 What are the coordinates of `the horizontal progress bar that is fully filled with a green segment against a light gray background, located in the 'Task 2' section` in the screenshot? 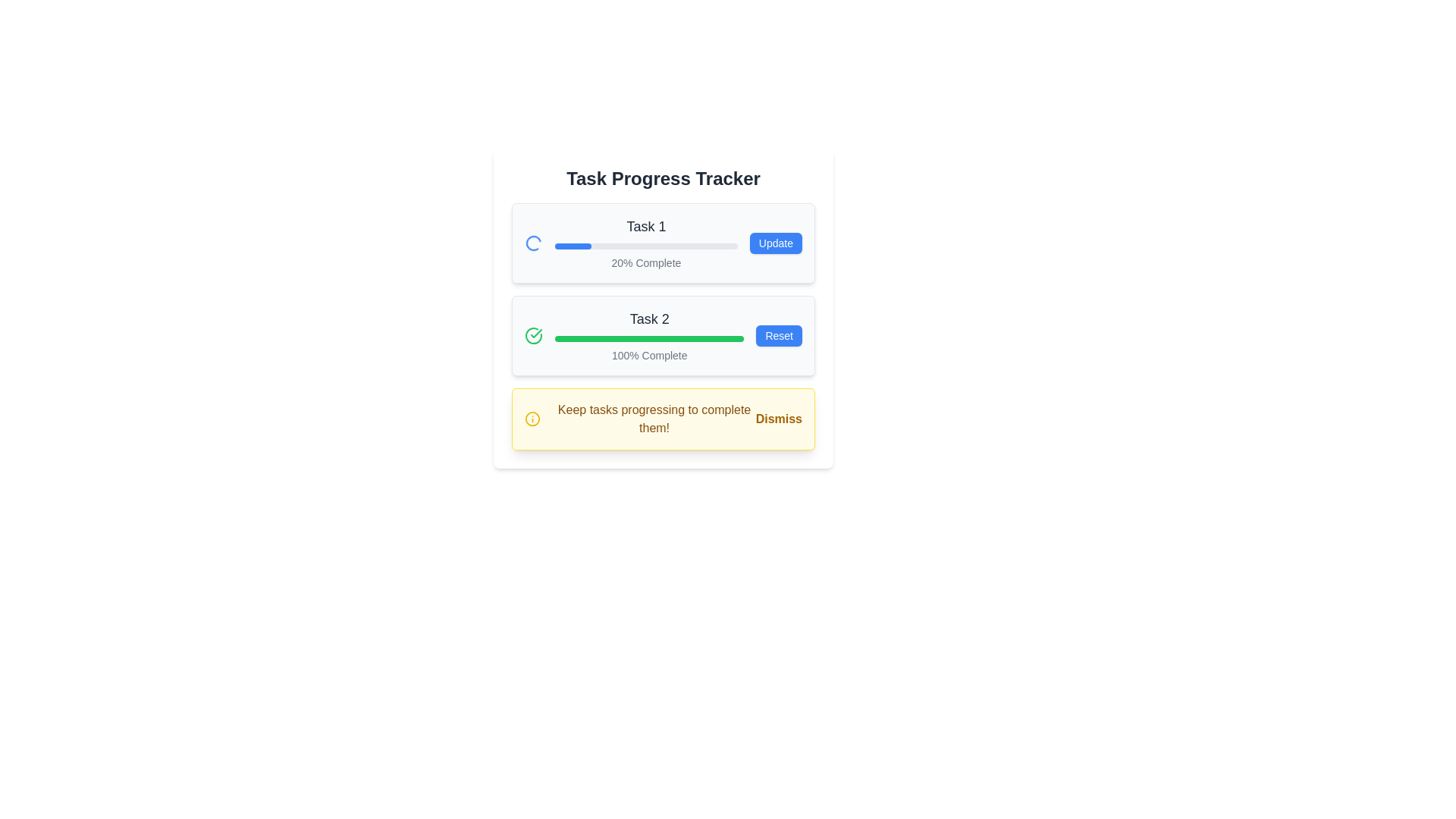 It's located at (649, 338).